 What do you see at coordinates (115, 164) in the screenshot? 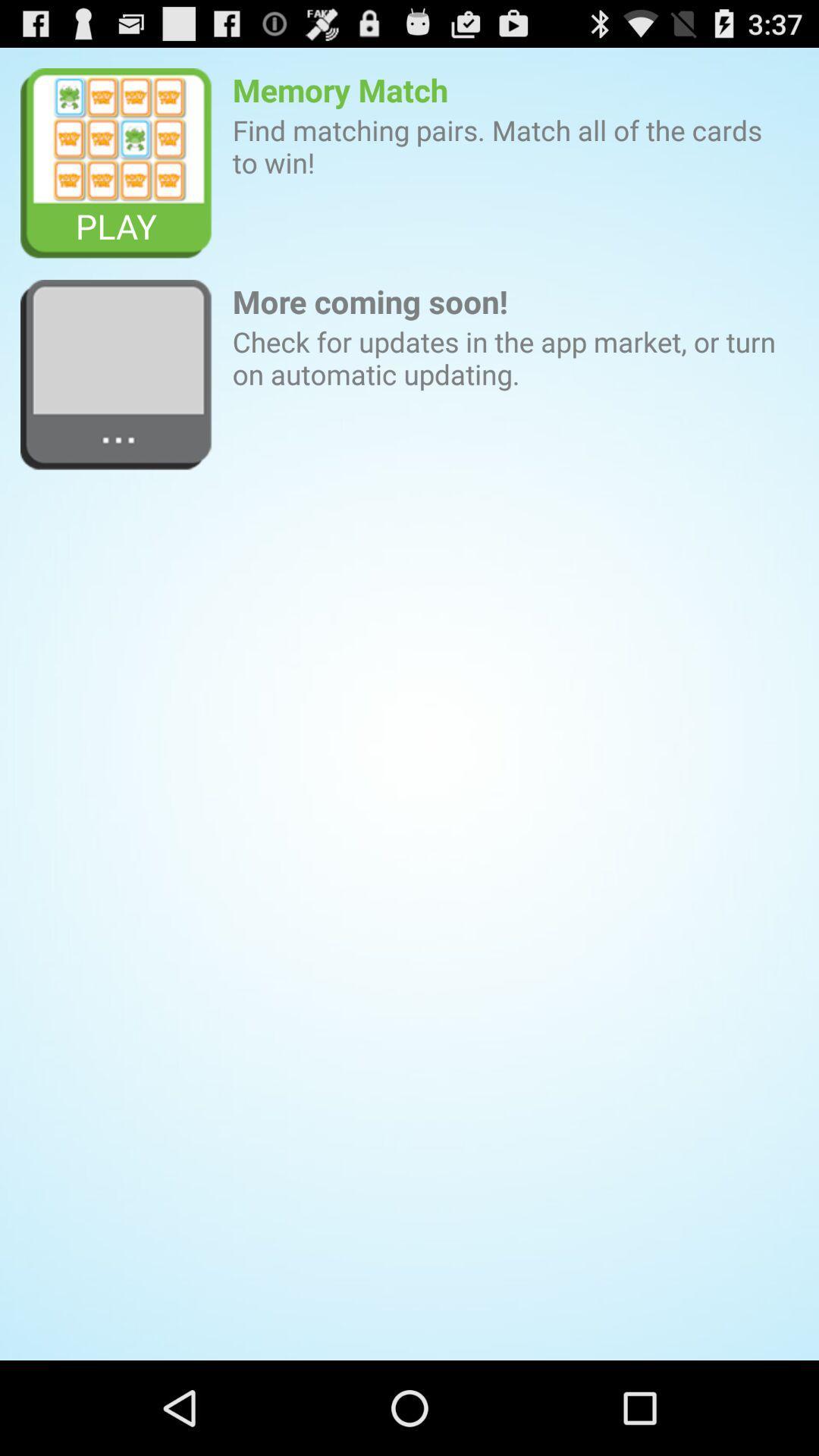
I see `the item next to memory match` at bounding box center [115, 164].